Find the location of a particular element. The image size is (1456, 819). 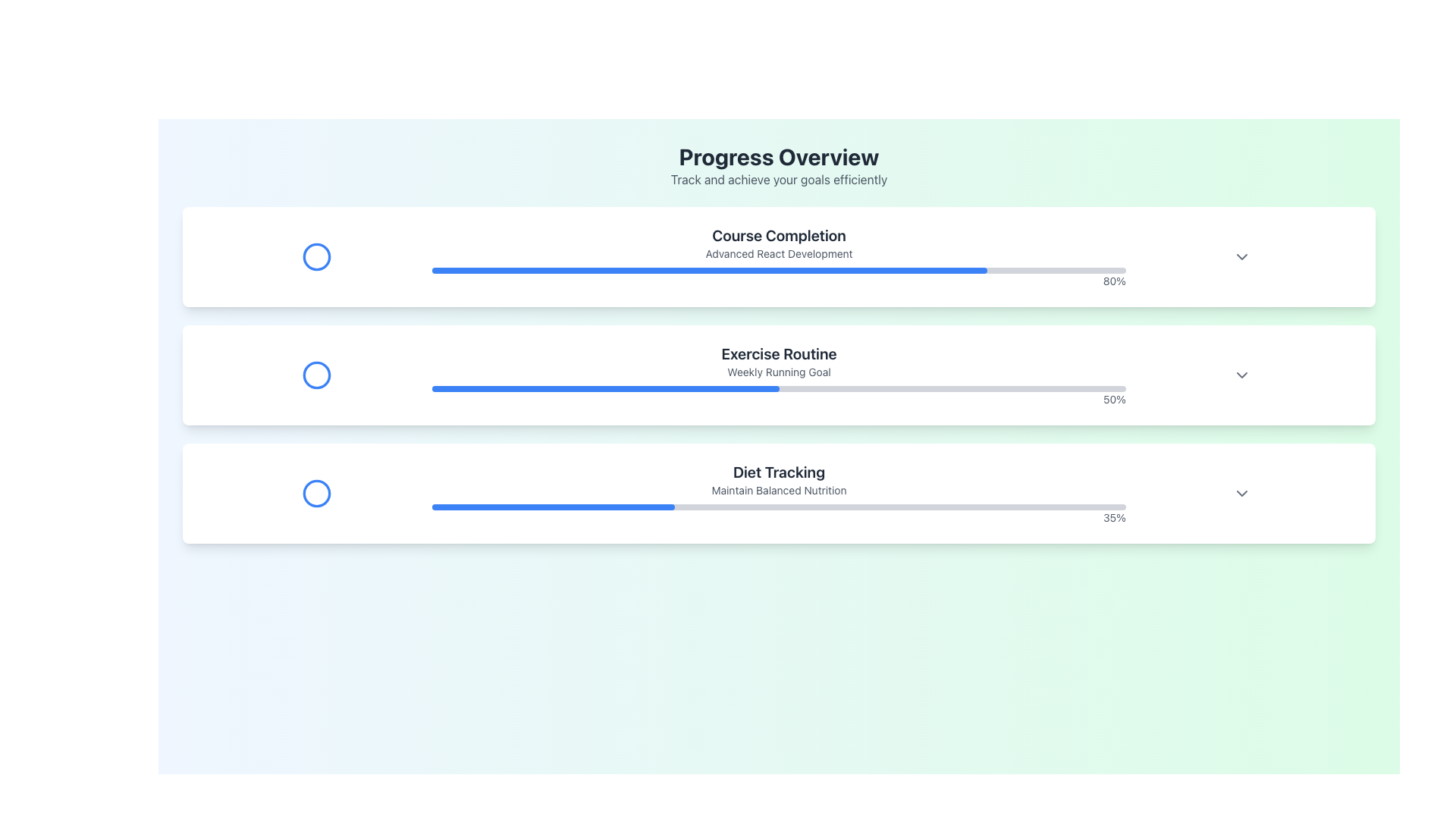

the text block containing the title and subtitle that introduces the content below, positioned at the top-center of the page is located at coordinates (779, 166).